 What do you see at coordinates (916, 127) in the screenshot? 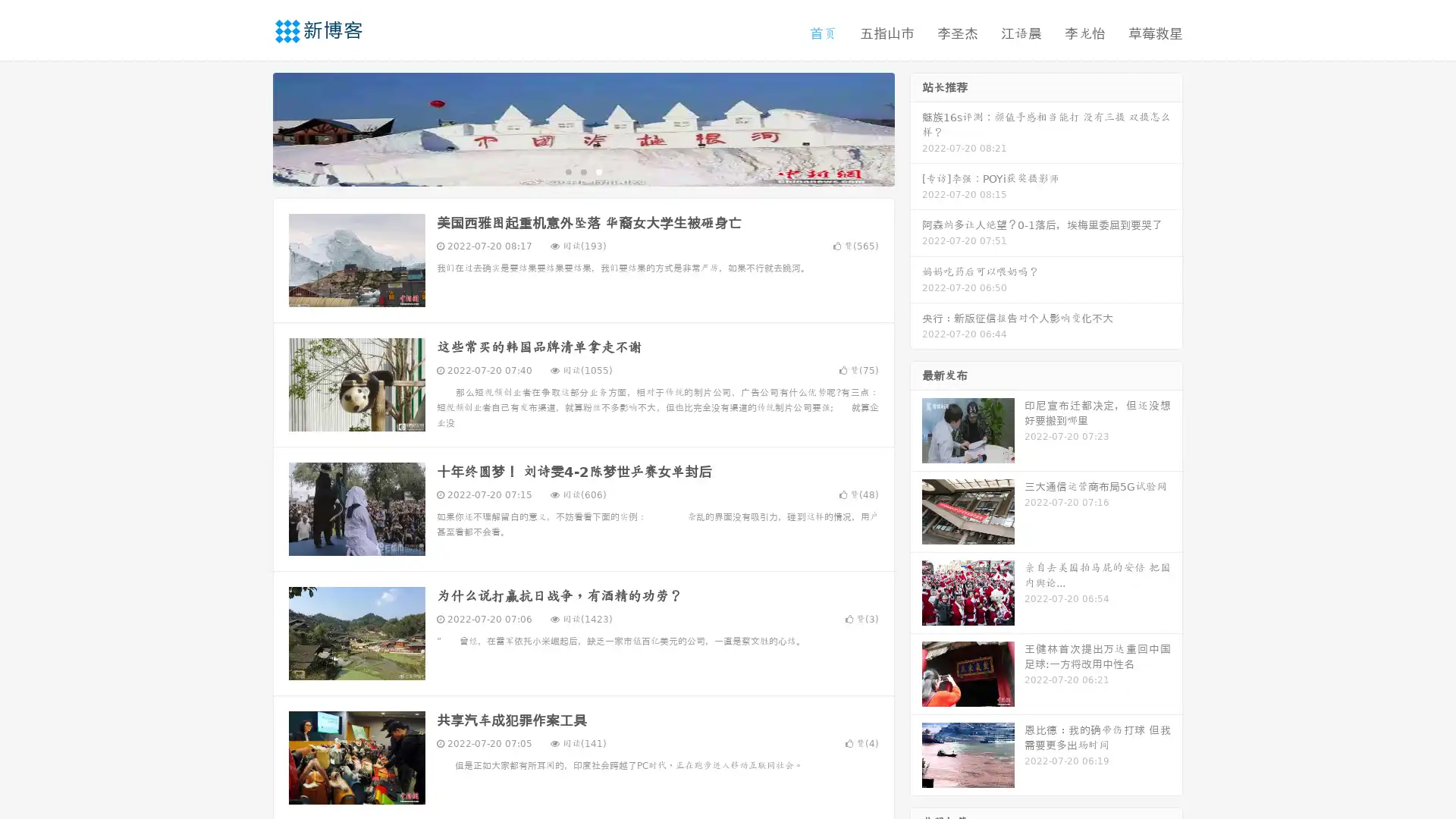
I see `Next slide` at bounding box center [916, 127].